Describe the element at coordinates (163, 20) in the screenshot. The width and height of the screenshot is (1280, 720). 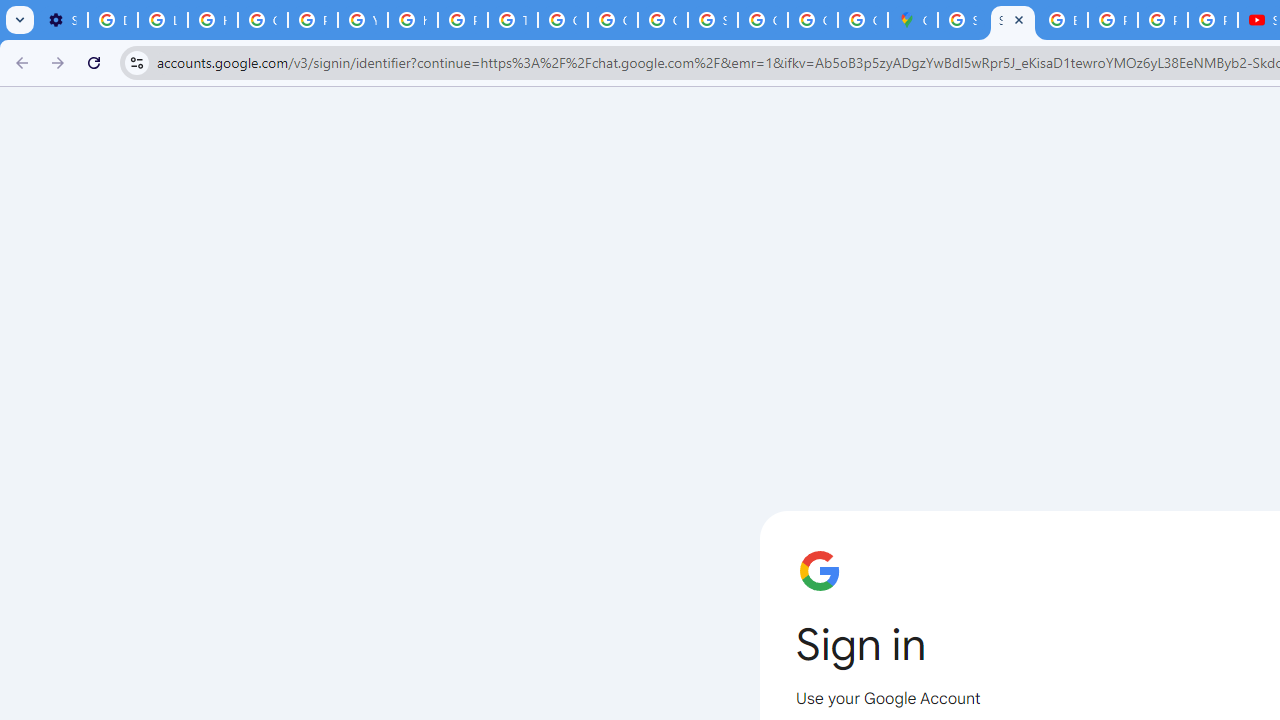
I see `'Learn how to find your photos - Google Photos Help'` at that location.